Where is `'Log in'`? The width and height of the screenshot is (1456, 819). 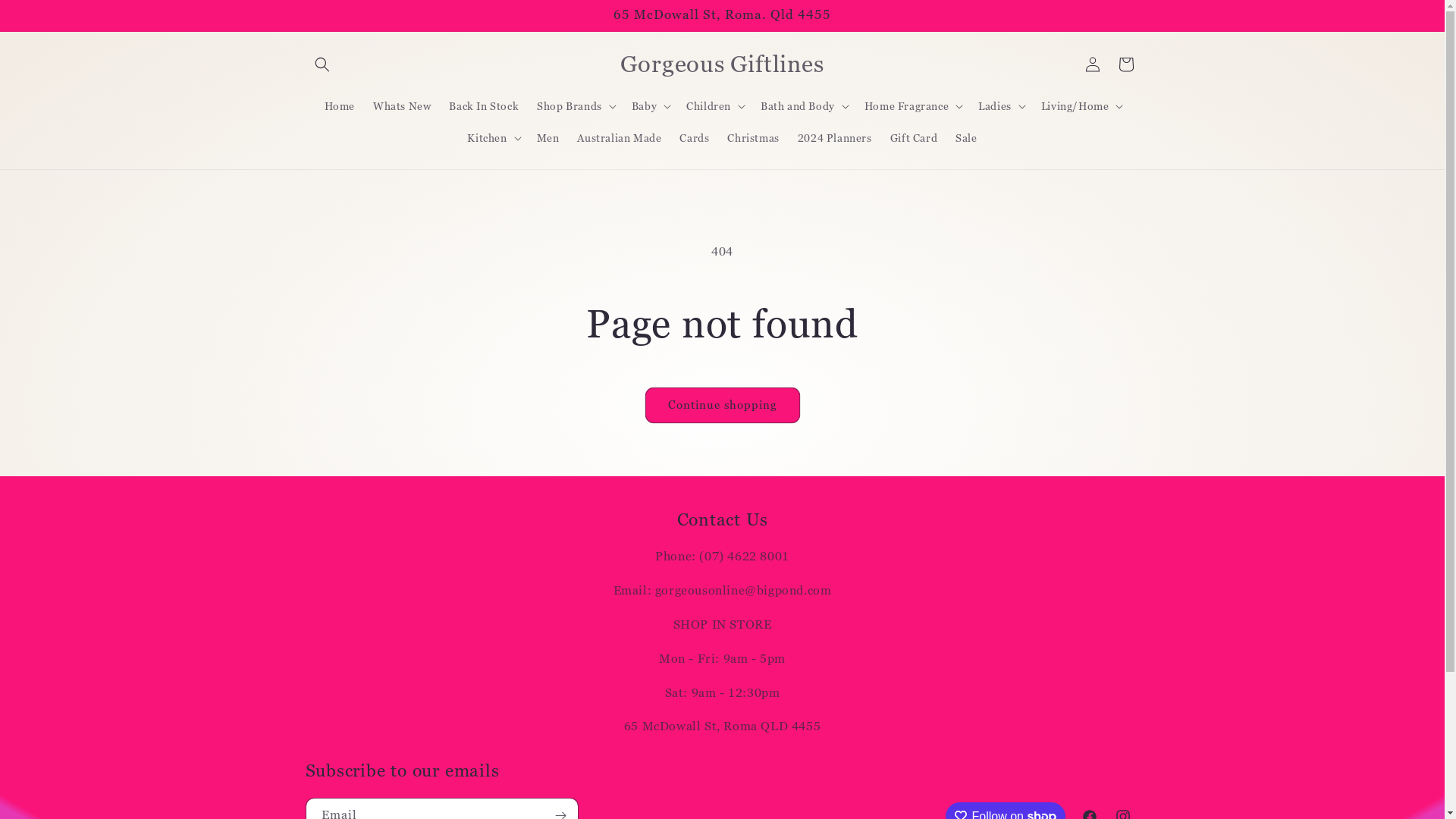
'Log in' is located at coordinates (1092, 63).